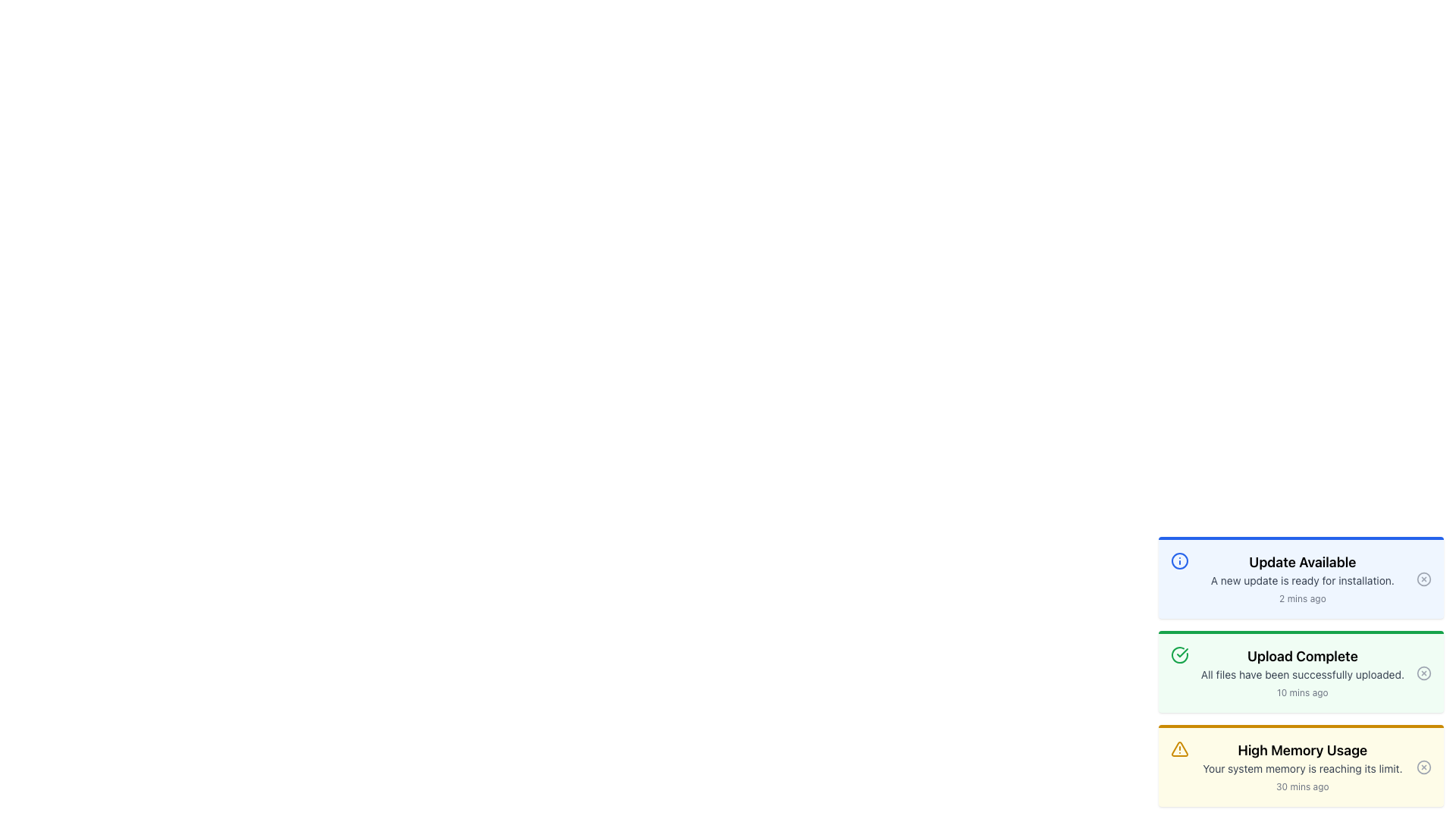  I want to click on the circular dismiss button with an outlined 'X' symbol located in the upper-right corner of the 'Update Available' notification card, so click(1423, 579).